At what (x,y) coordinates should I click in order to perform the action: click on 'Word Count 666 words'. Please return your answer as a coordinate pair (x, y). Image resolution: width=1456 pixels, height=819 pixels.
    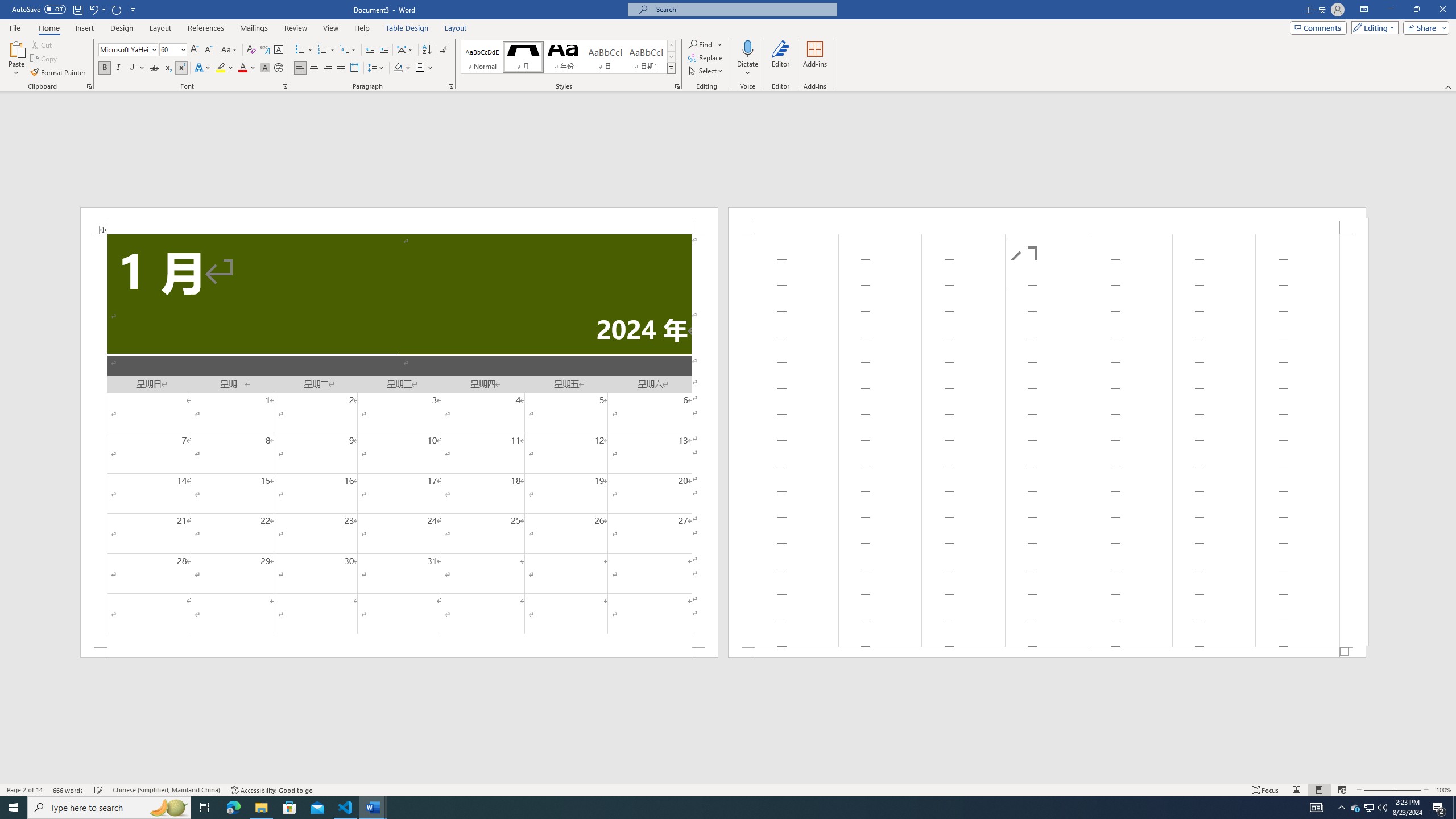
    Looking at the image, I should click on (69, 790).